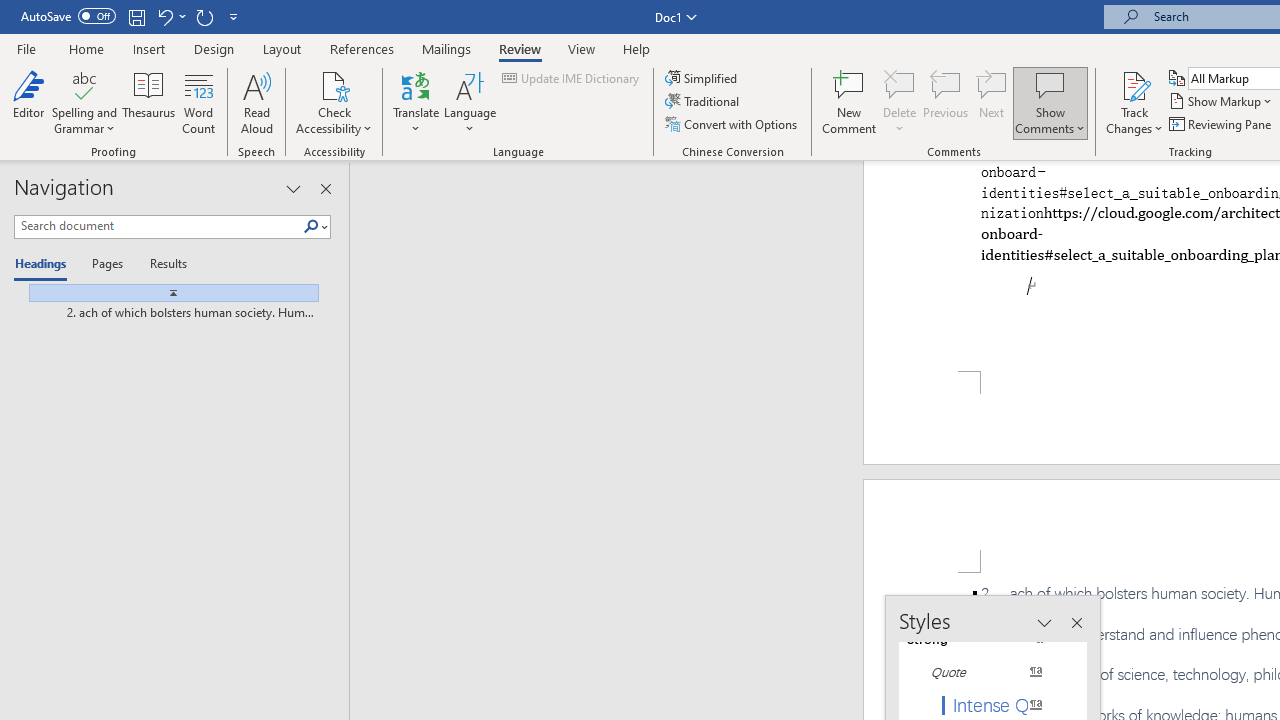 The width and height of the screenshot is (1280, 720). What do you see at coordinates (334, 84) in the screenshot?
I see `'Check Accessibility'` at bounding box center [334, 84].